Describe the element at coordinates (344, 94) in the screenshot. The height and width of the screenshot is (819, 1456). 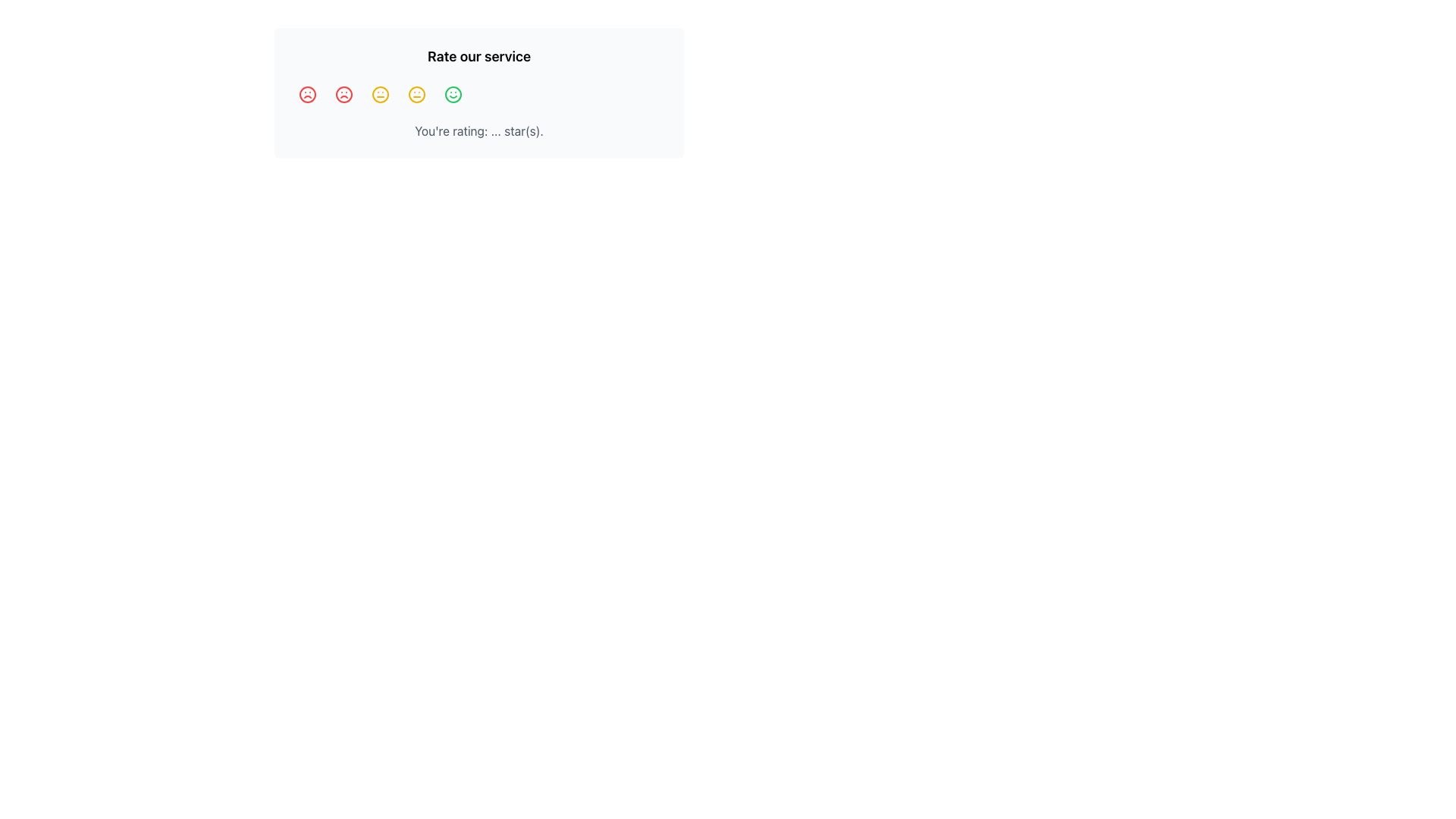
I see `the SVG Circle representing a frown on the left side of the rating system interface, which indicates a negative rating or emotion` at that location.